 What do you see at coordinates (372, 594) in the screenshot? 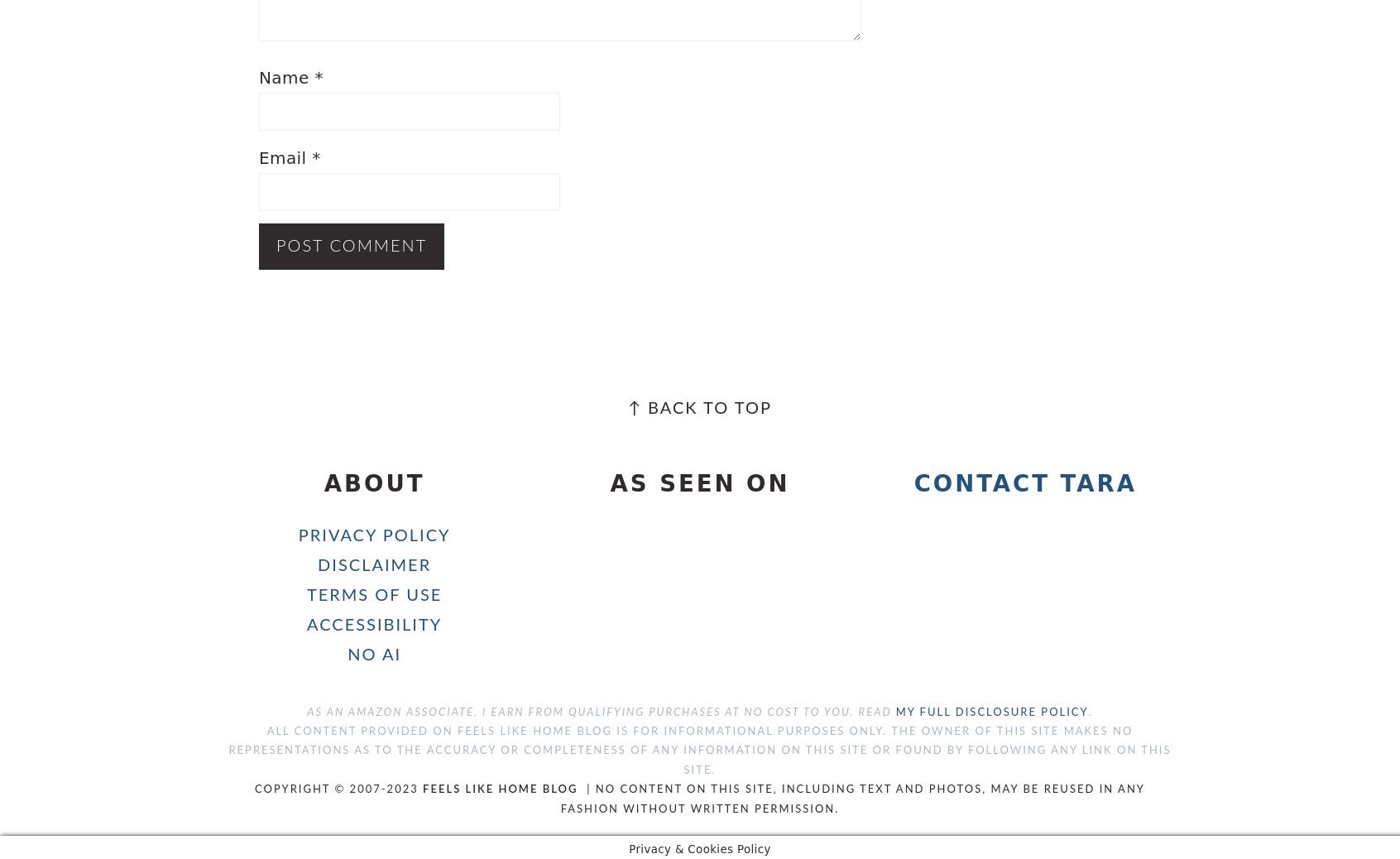
I see `'Terms of Use'` at bounding box center [372, 594].